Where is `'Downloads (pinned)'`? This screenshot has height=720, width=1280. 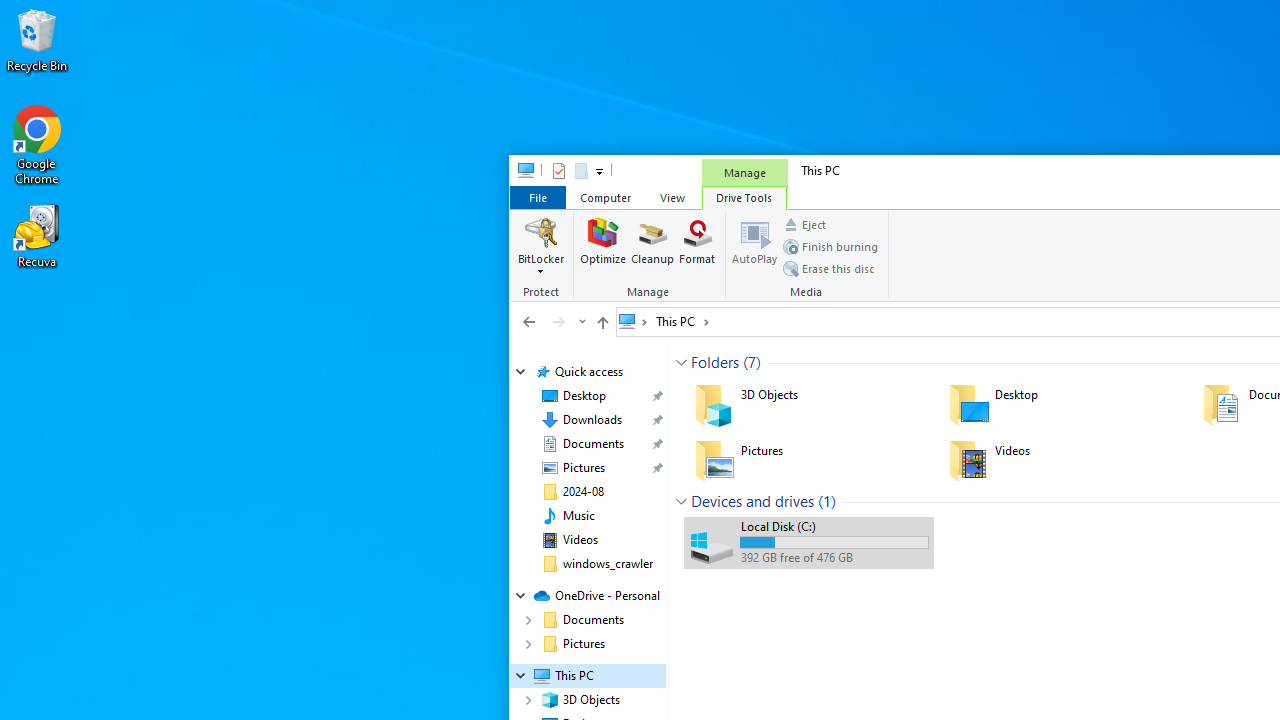 'Downloads (pinned)' is located at coordinates (591, 419).